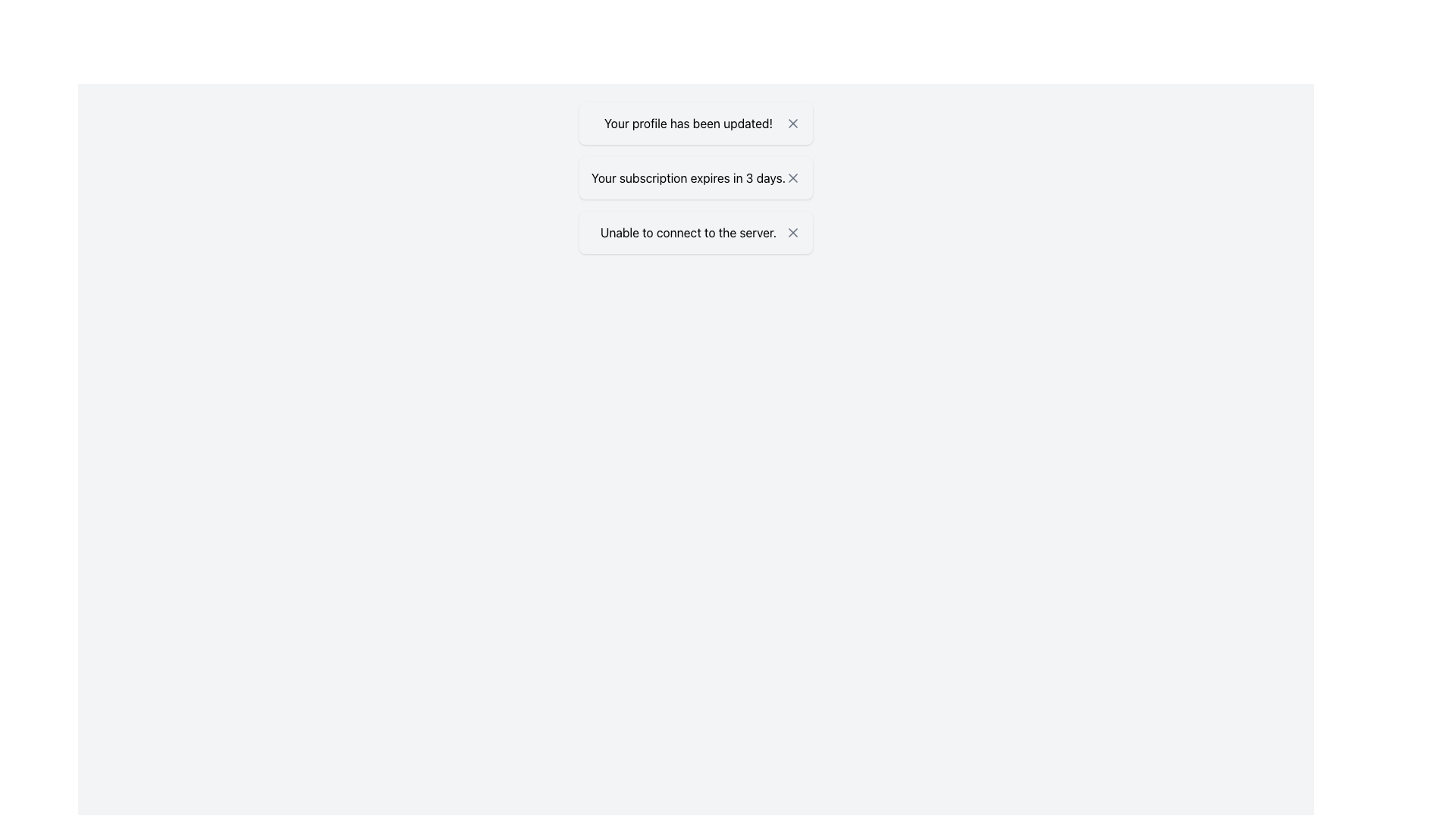  I want to click on the notification card at the top of the notification list, so click(695, 122).